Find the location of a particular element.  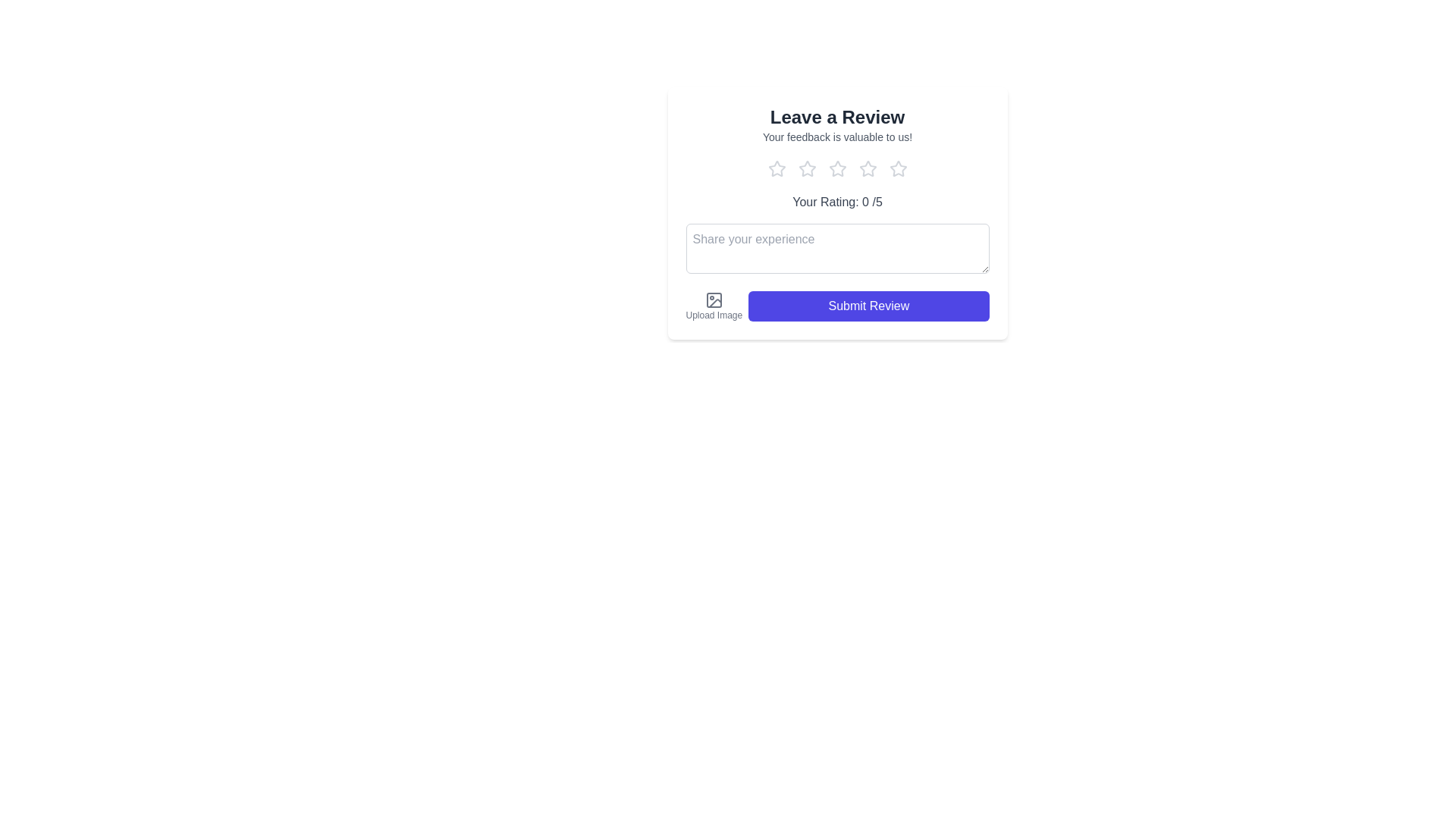

the product rating to 4 by clicking on the corresponding star is located at coordinates (868, 169).